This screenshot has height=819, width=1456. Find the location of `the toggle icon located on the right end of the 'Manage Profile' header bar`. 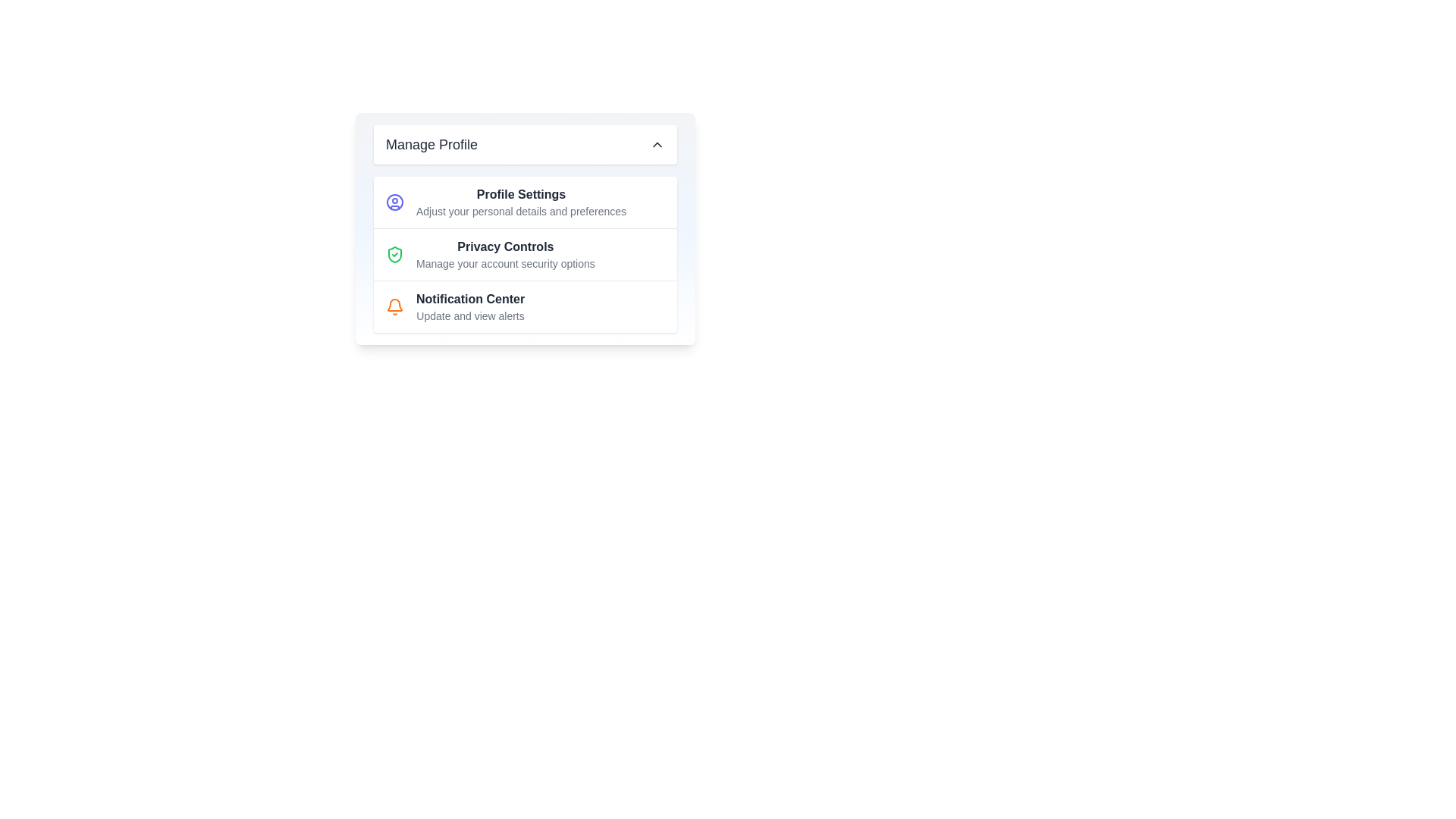

the toggle icon located on the right end of the 'Manage Profile' header bar is located at coordinates (657, 145).